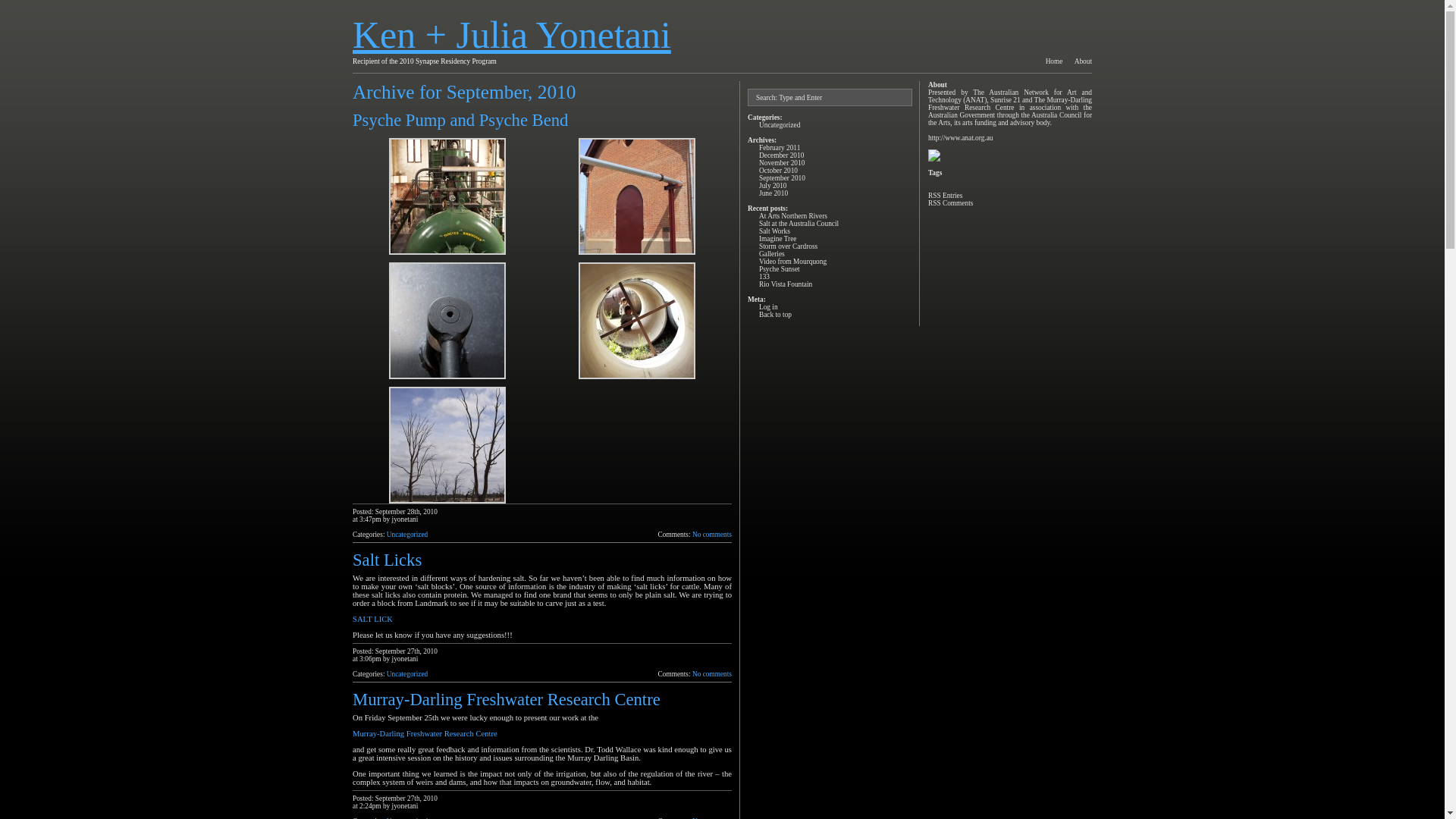  Describe the element at coordinates (774, 231) in the screenshot. I see `'Salt Works'` at that location.